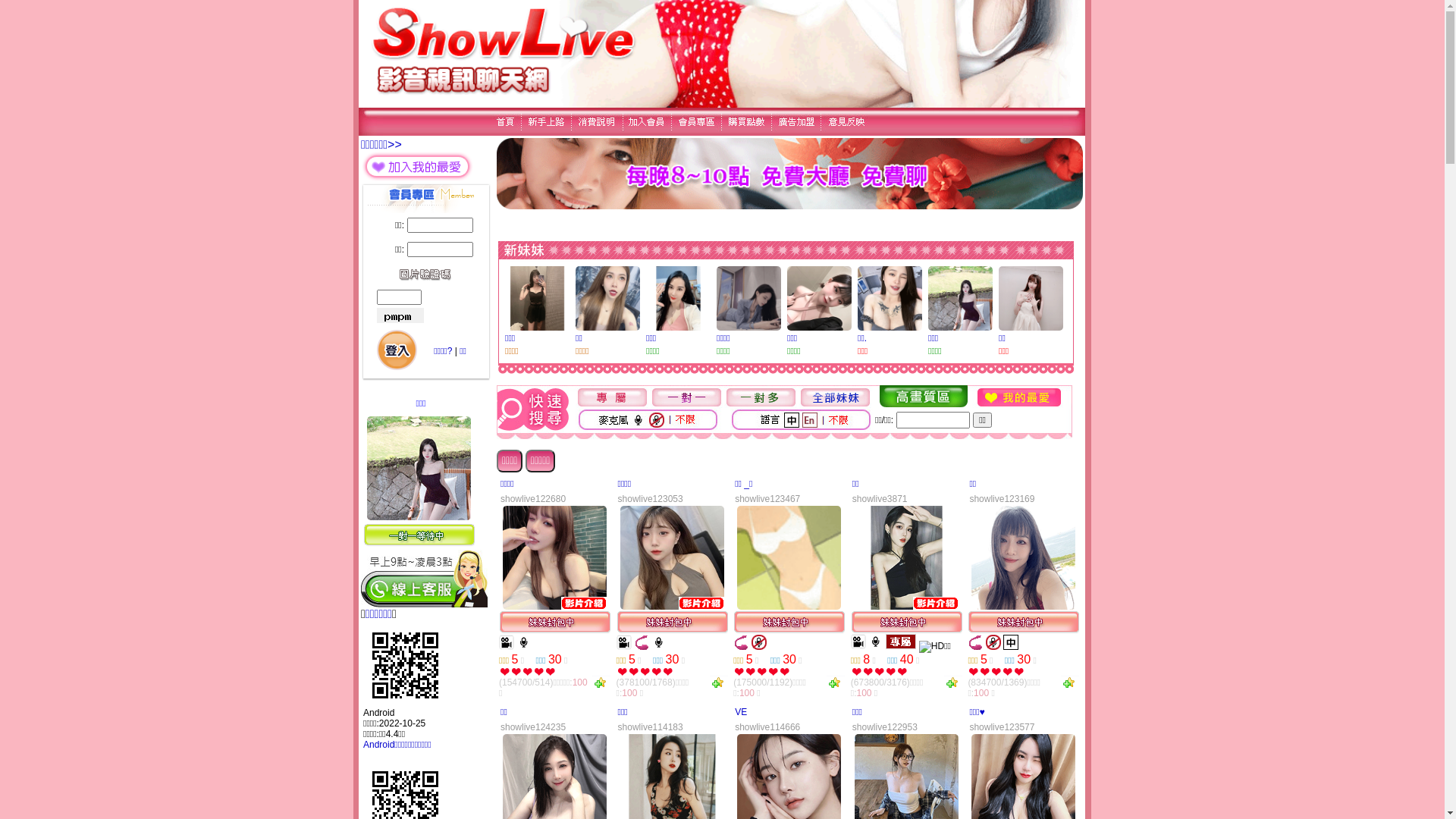 The width and height of the screenshot is (1456, 819). What do you see at coordinates (741, 711) in the screenshot?
I see `'VE'` at bounding box center [741, 711].